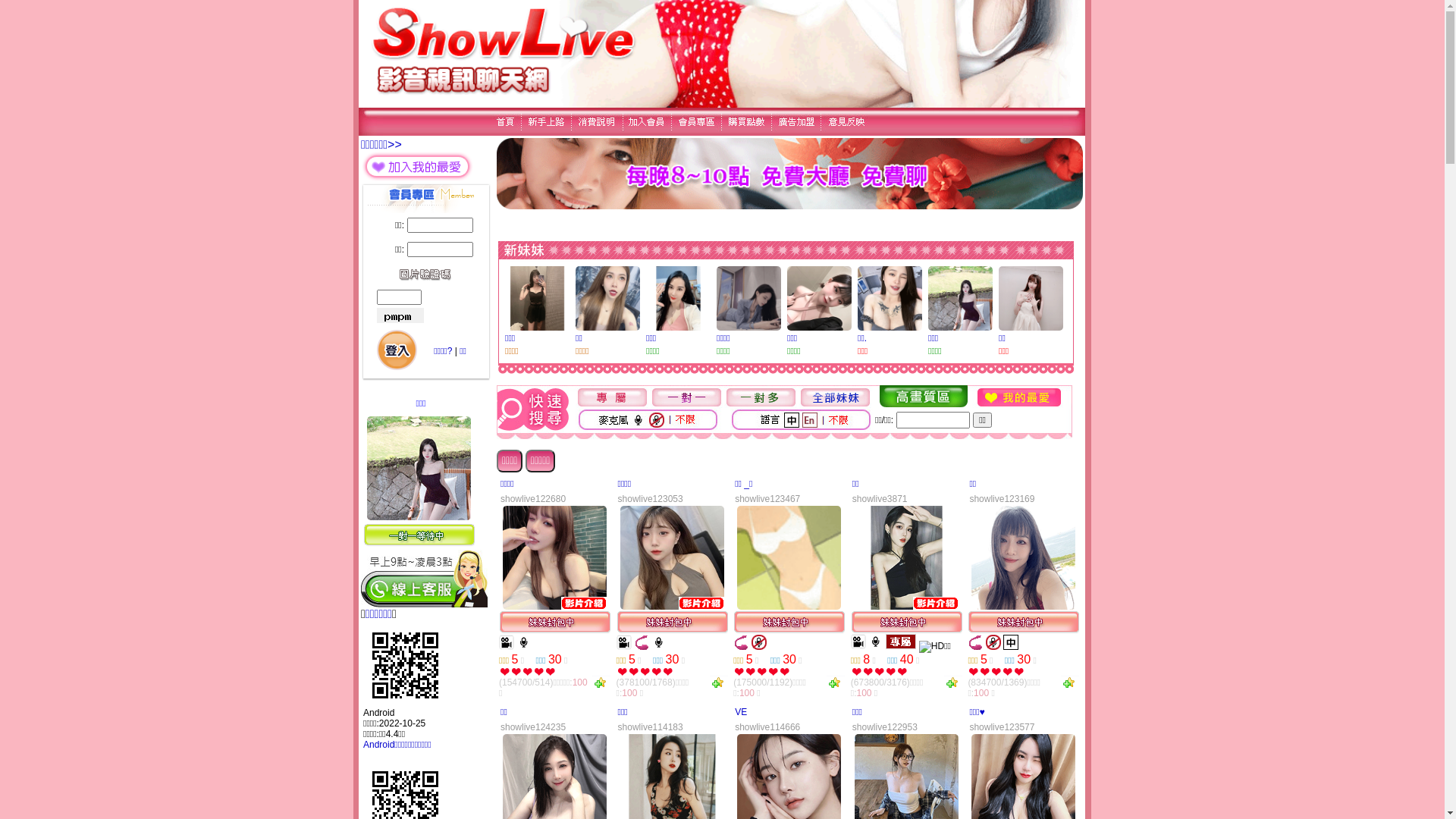 The width and height of the screenshot is (1456, 819). What do you see at coordinates (741, 711) in the screenshot?
I see `'VE'` at bounding box center [741, 711].